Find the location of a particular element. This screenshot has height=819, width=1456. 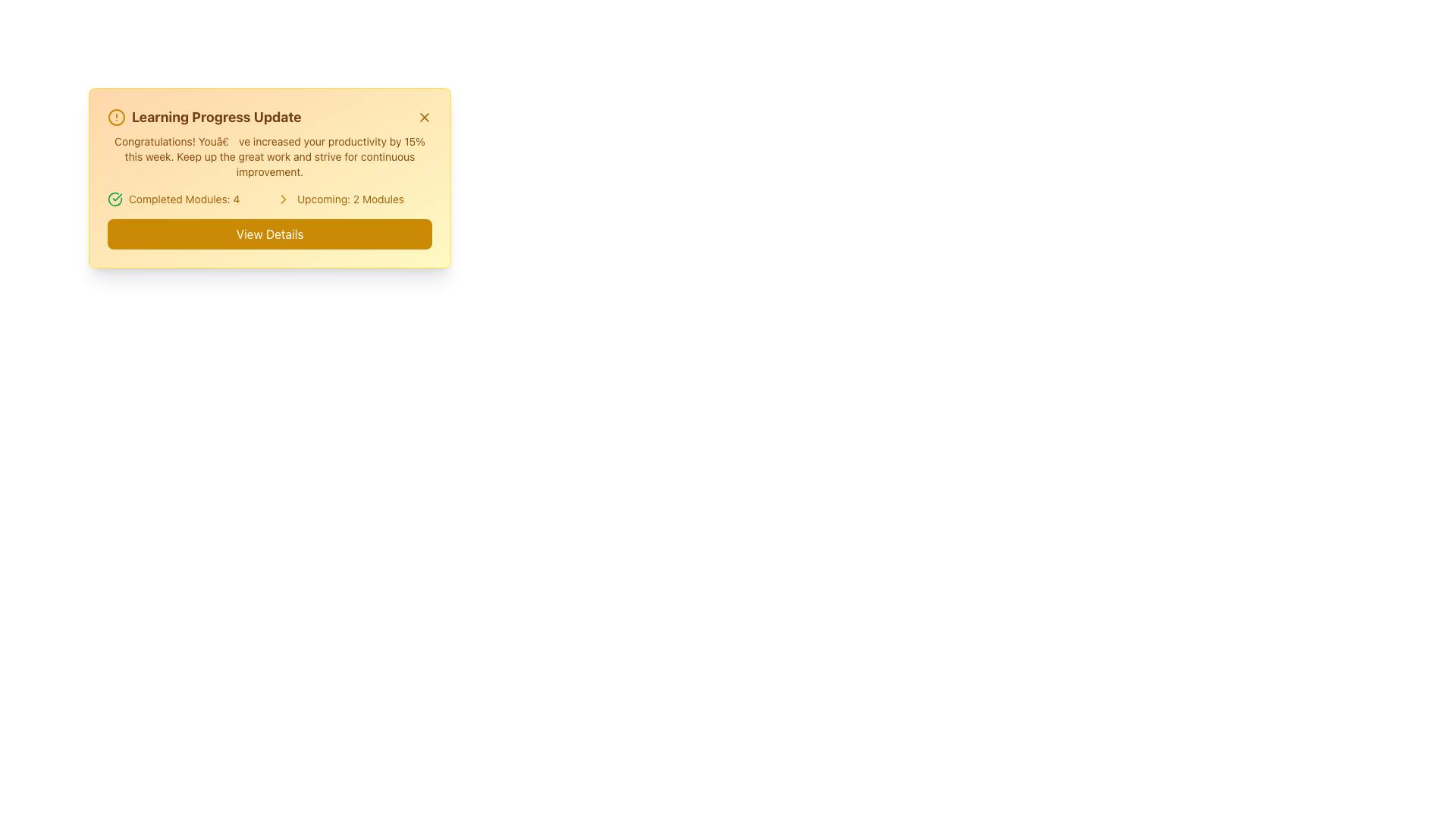

the header text label reading 'Learning Progress Update' to interpret the message is located at coordinates (269, 116).